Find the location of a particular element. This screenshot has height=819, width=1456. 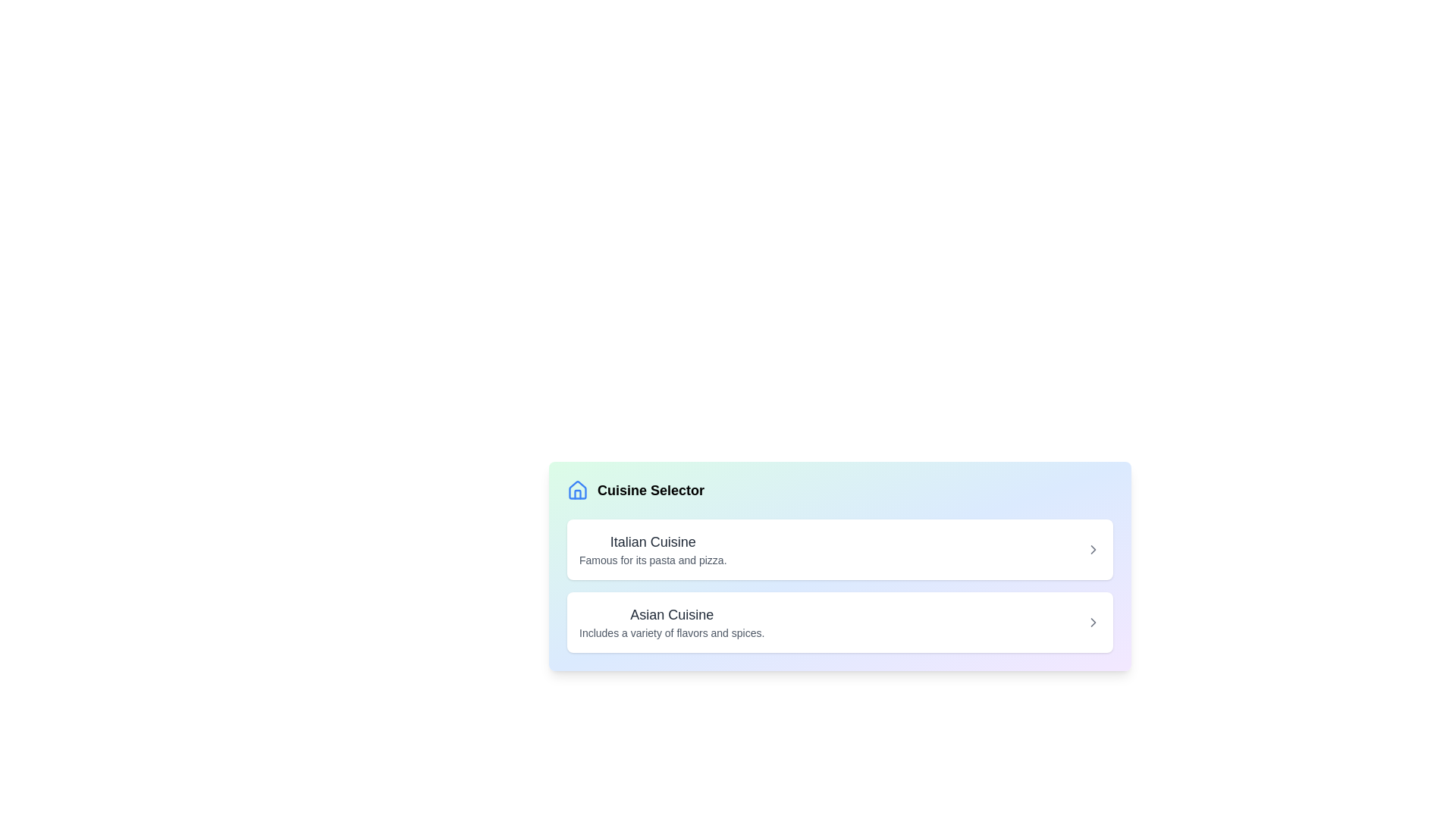

text content located below the 'Asian Cuisine' heading, which provides a description associated with this category is located at coordinates (671, 632).